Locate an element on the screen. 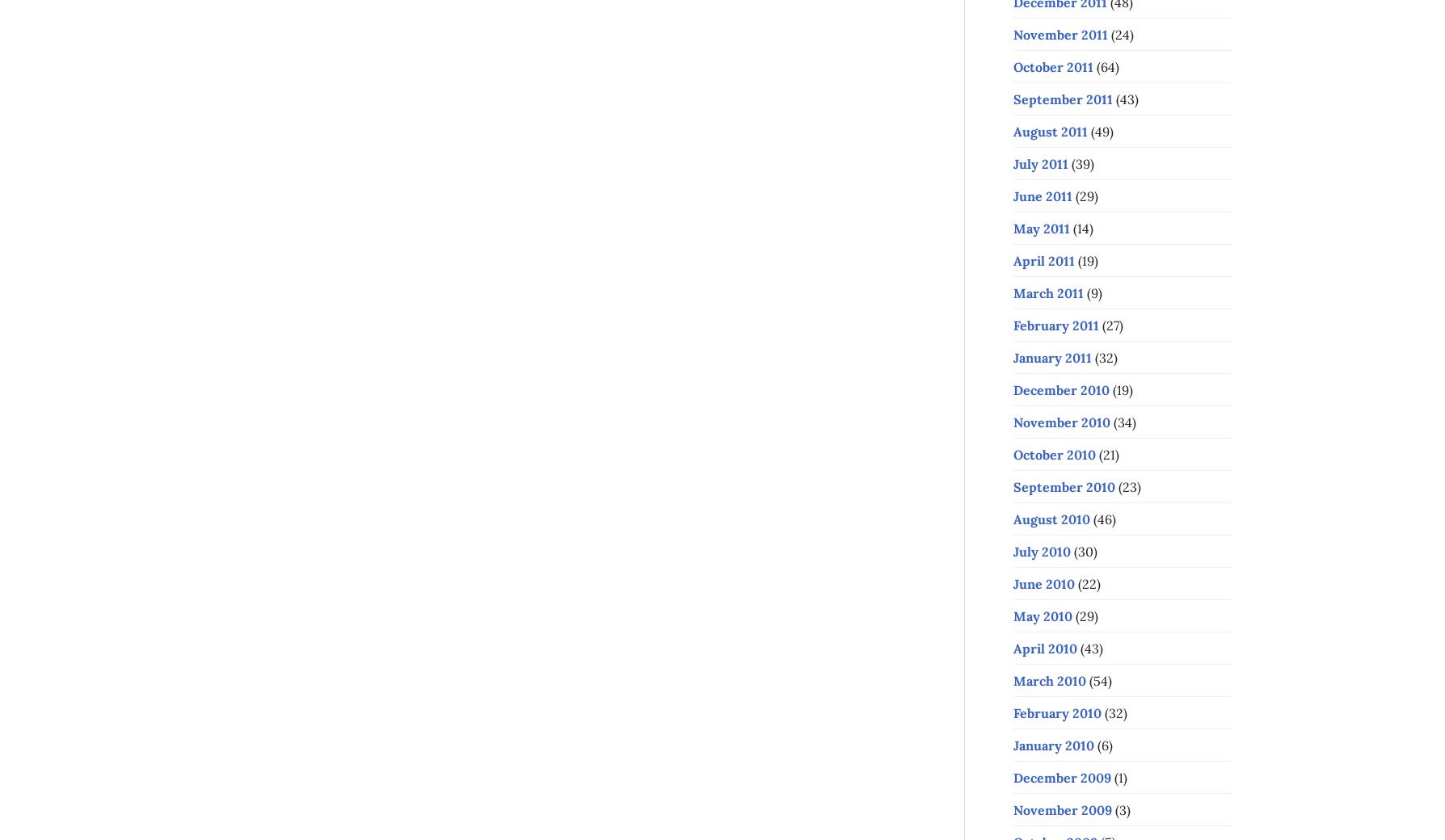  '(23)' is located at coordinates (1128, 485).